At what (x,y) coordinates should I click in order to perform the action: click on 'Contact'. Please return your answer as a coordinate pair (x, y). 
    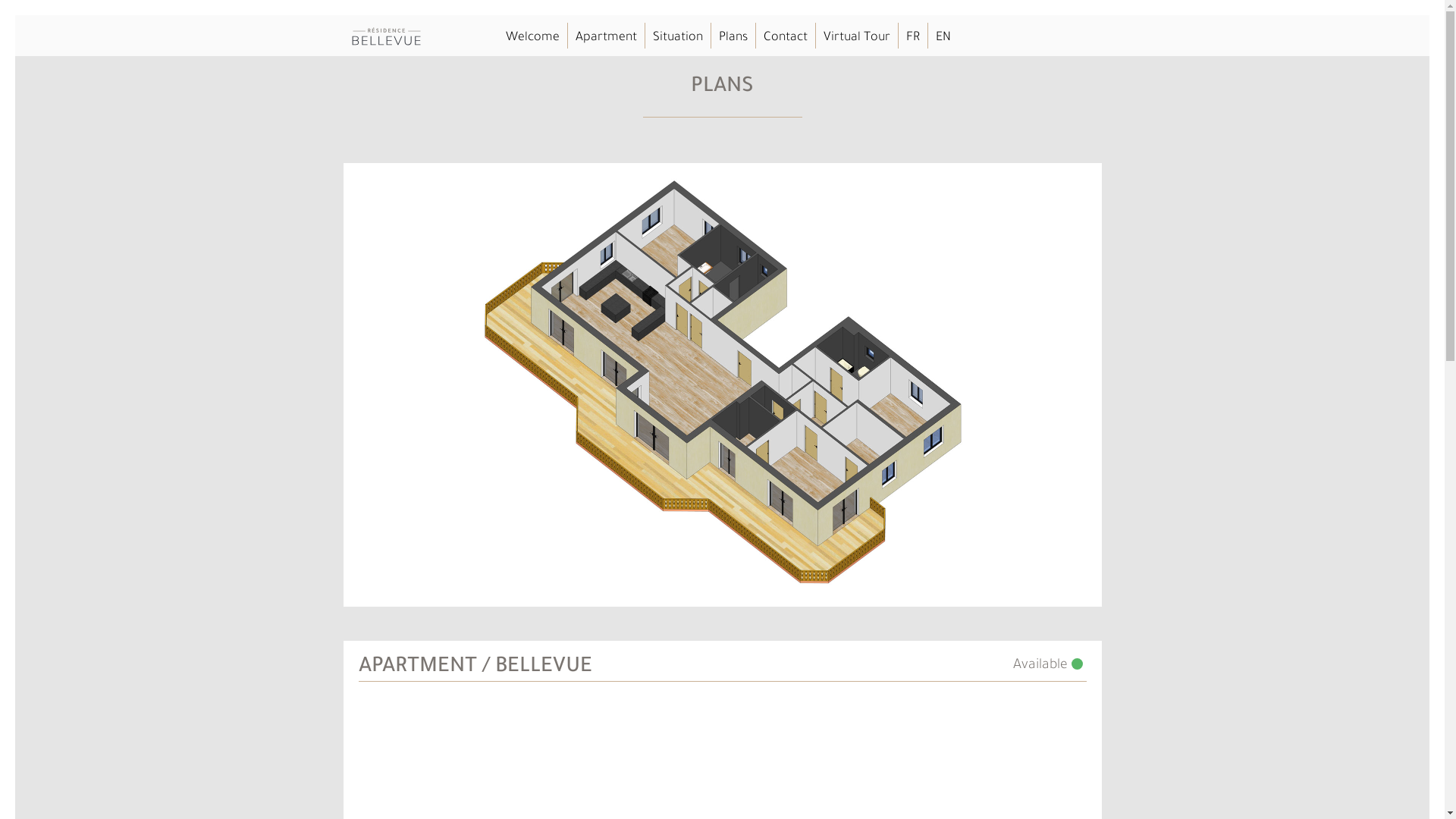
    Looking at the image, I should click on (785, 37).